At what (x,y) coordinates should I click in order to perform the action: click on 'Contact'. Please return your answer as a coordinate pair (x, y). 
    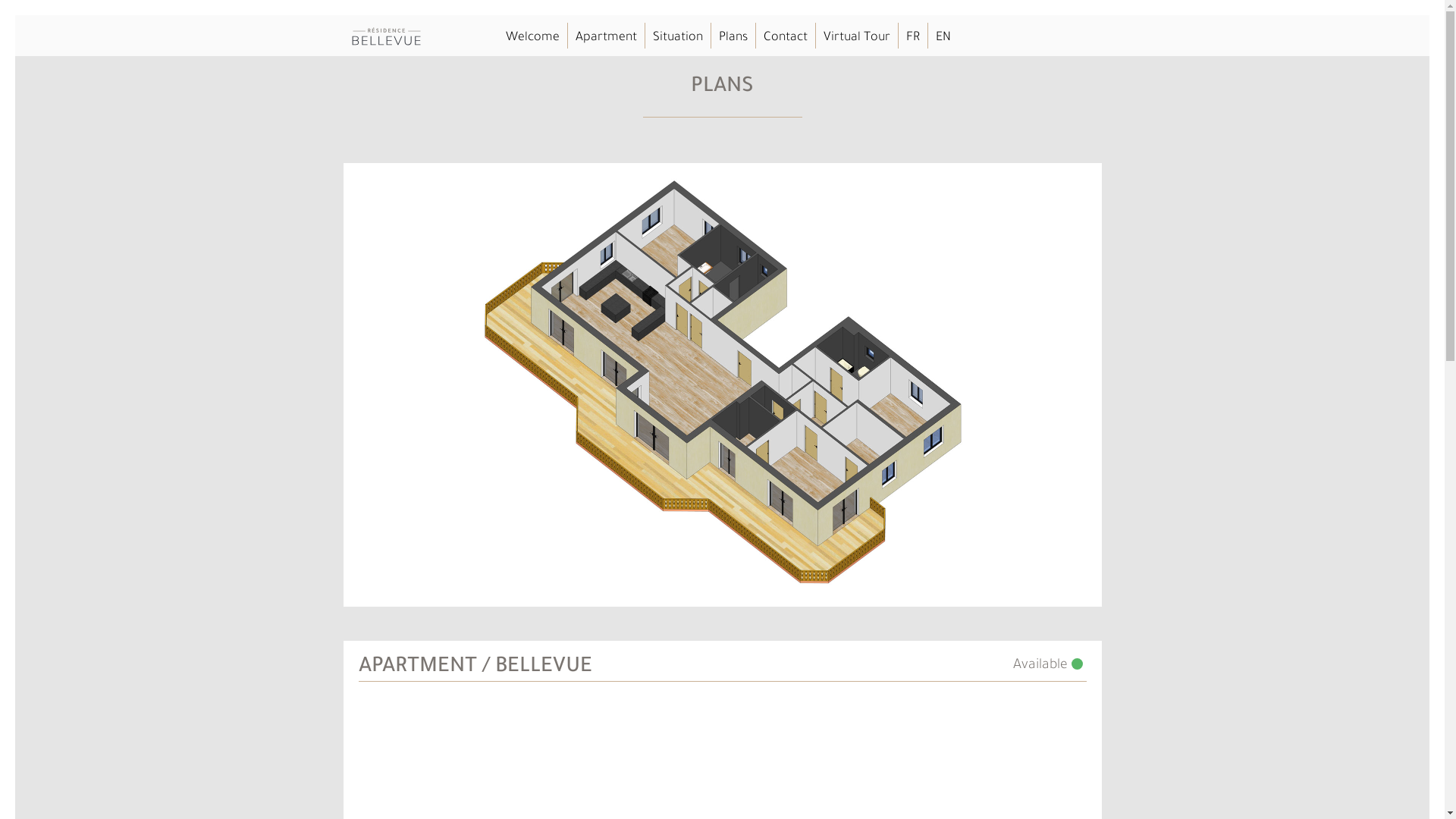
    Looking at the image, I should click on (785, 37).